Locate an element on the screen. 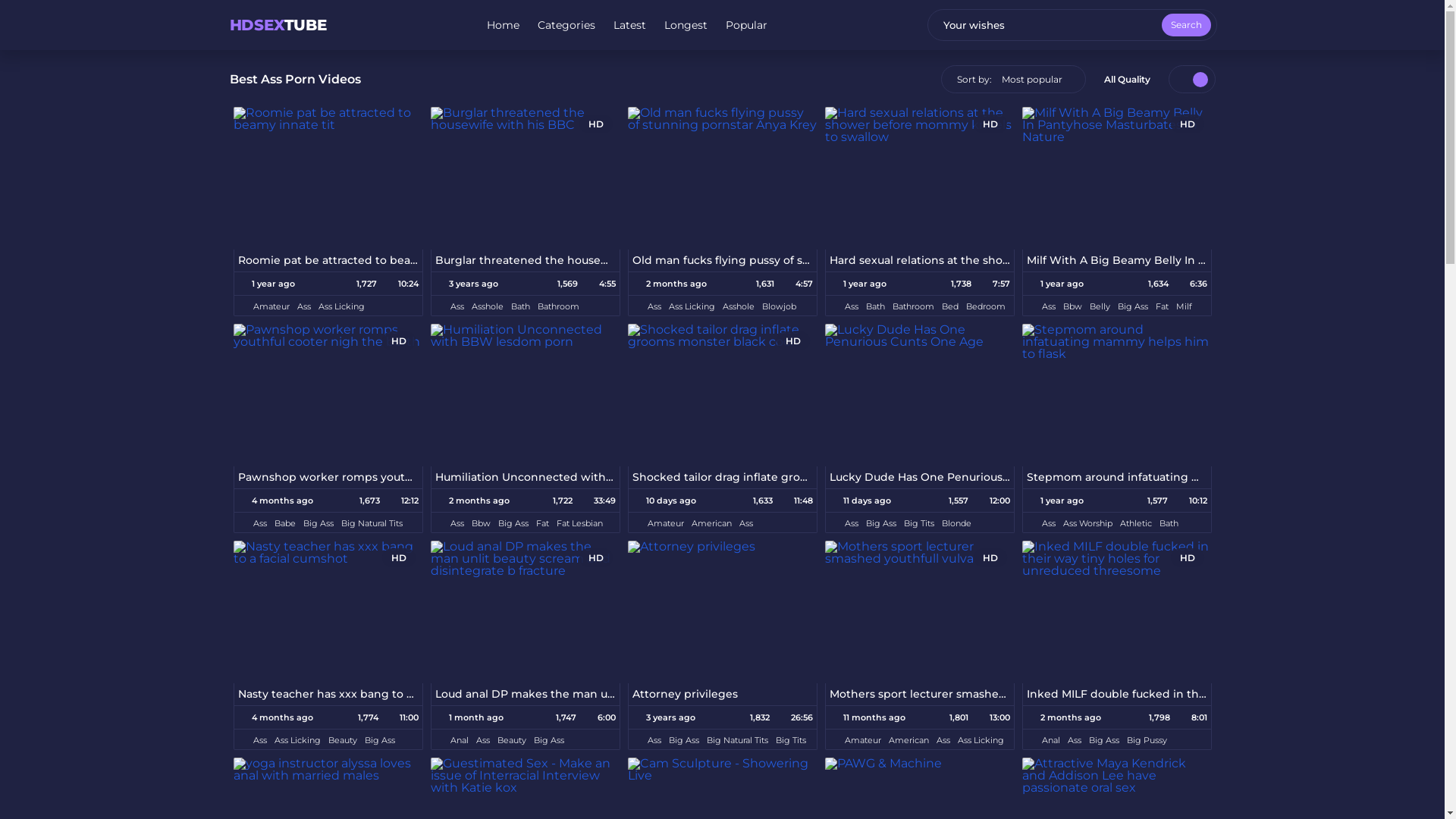  'Bathroom' is located at coordinates (557, 306).